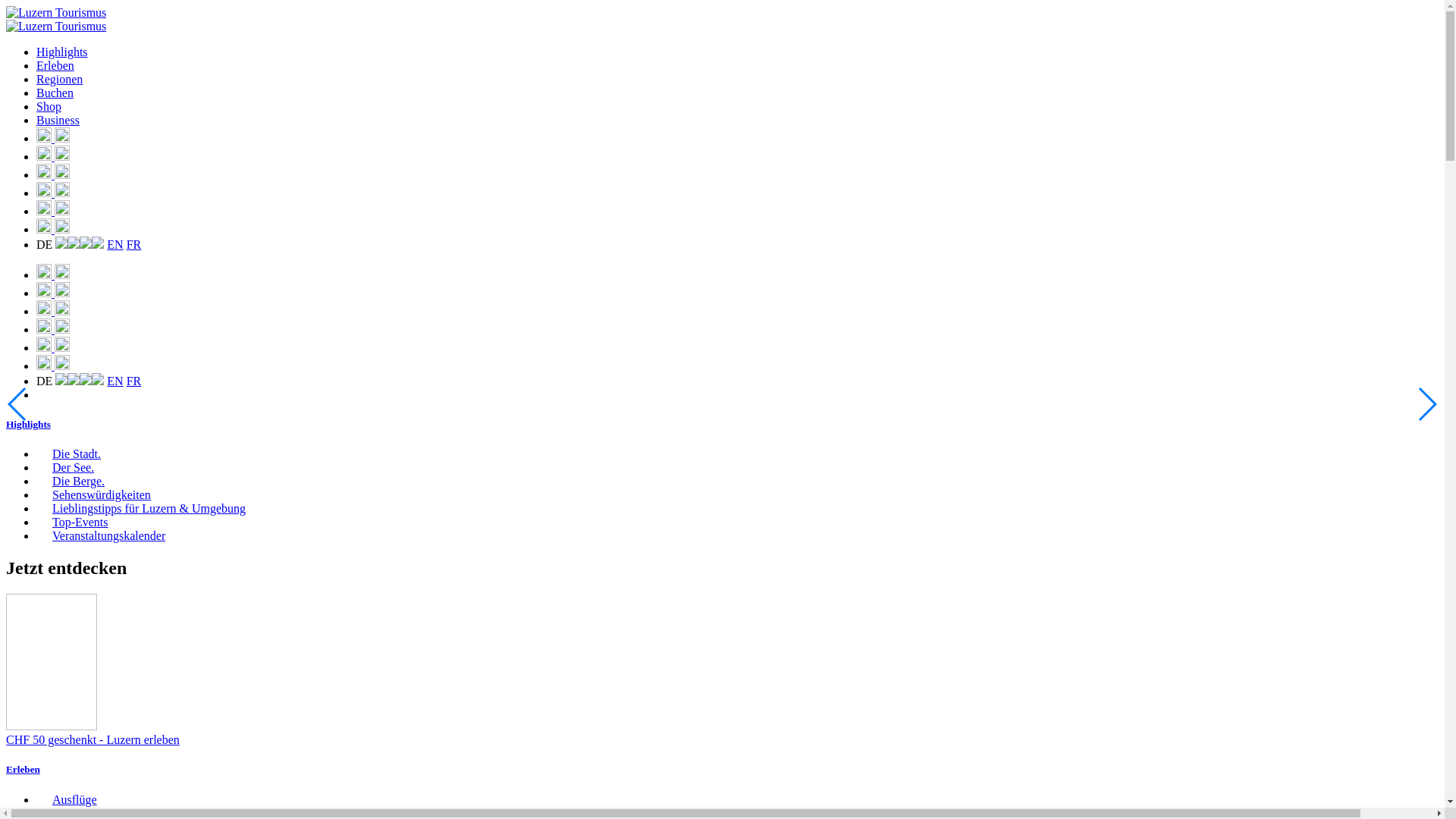 The height and width of the screenshot is (819, 1456). I want to click on 'Erleben', so click(6, 769).